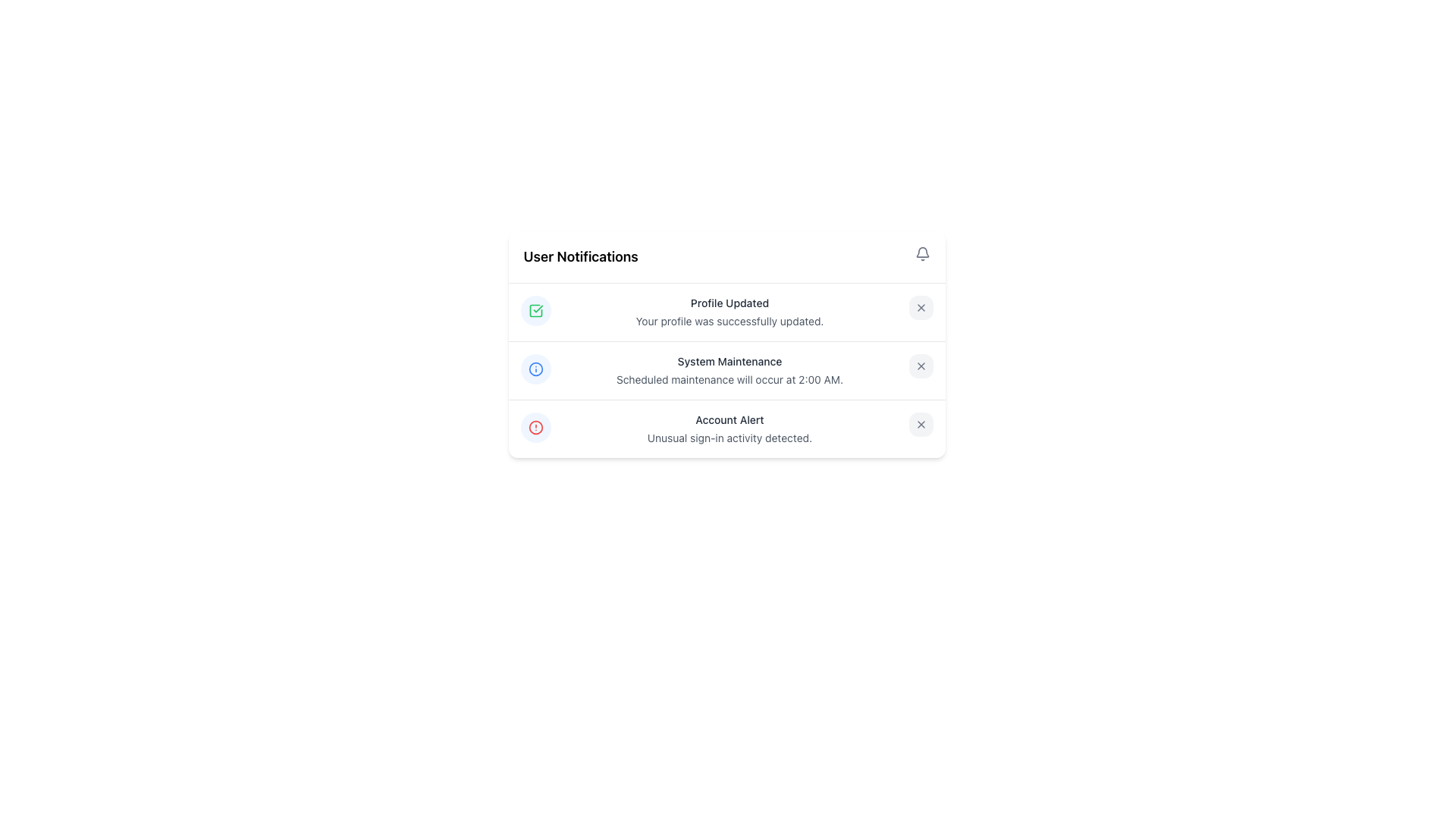  Describe the element at coordinates (730, 379) in the screenshot. I see `the text label that states 'Scheduled maintenance will occur at 2:00 AM.' located within the notification card for 'System Maintenance'` at that location.